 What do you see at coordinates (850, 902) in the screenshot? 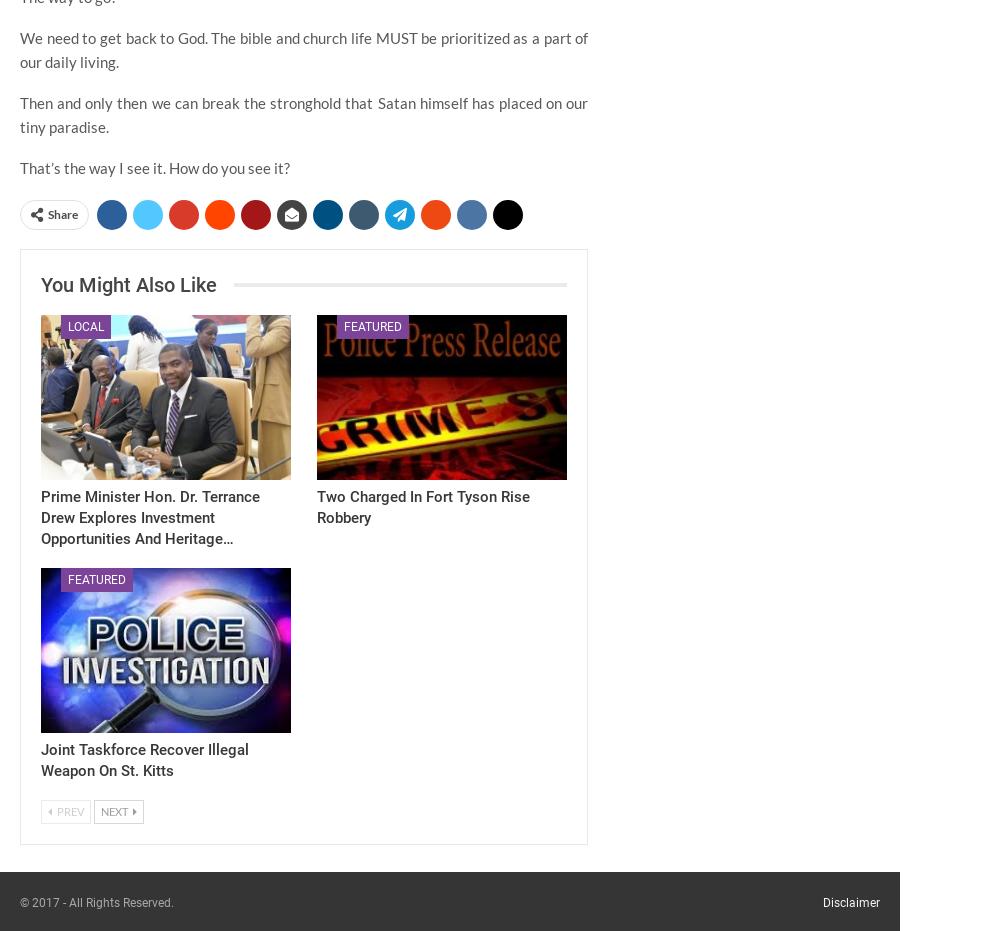
I see `'Disclaimer'` at bounding box center [850, 902].